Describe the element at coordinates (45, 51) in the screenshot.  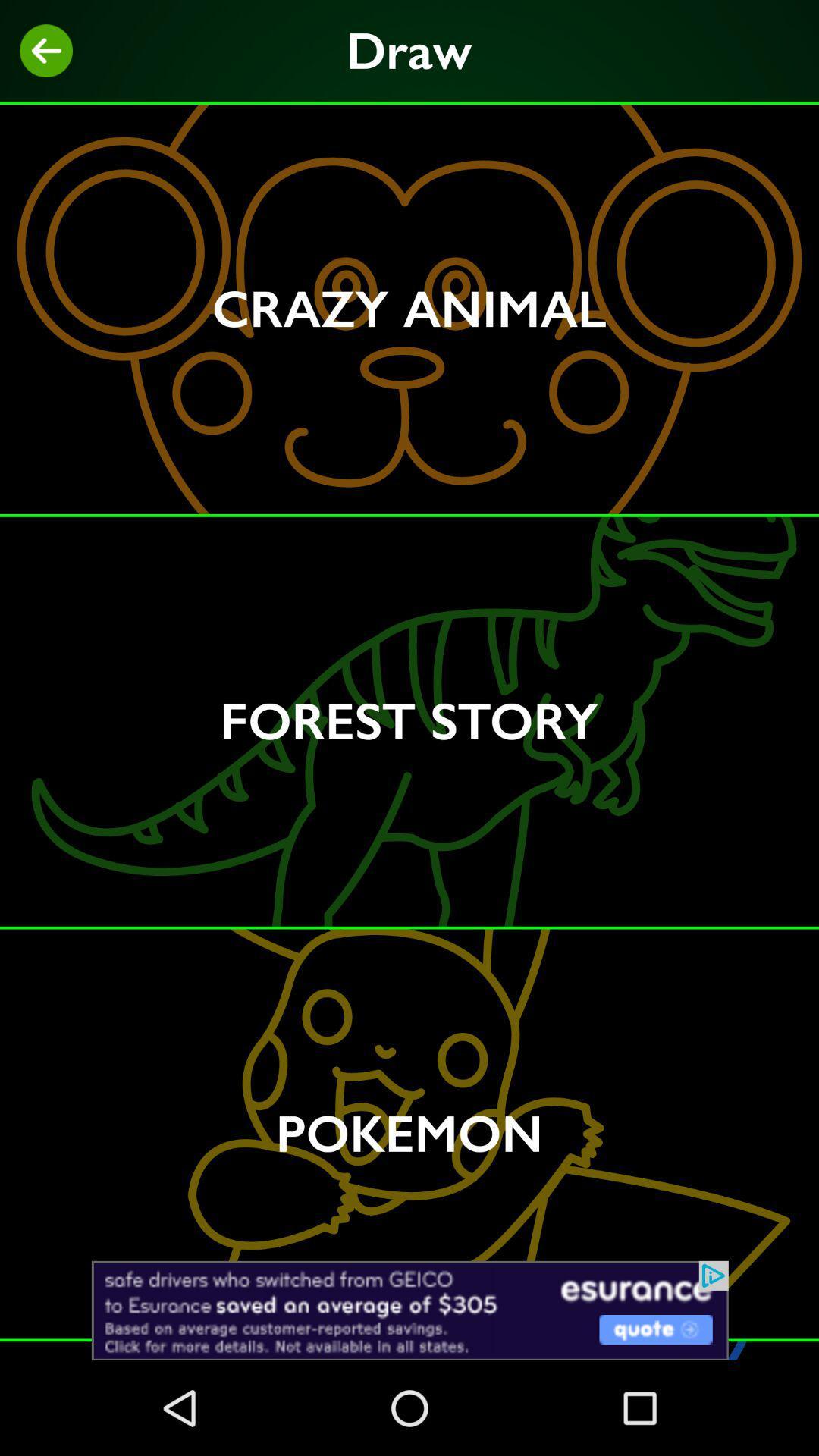
I see `previous` at that location.